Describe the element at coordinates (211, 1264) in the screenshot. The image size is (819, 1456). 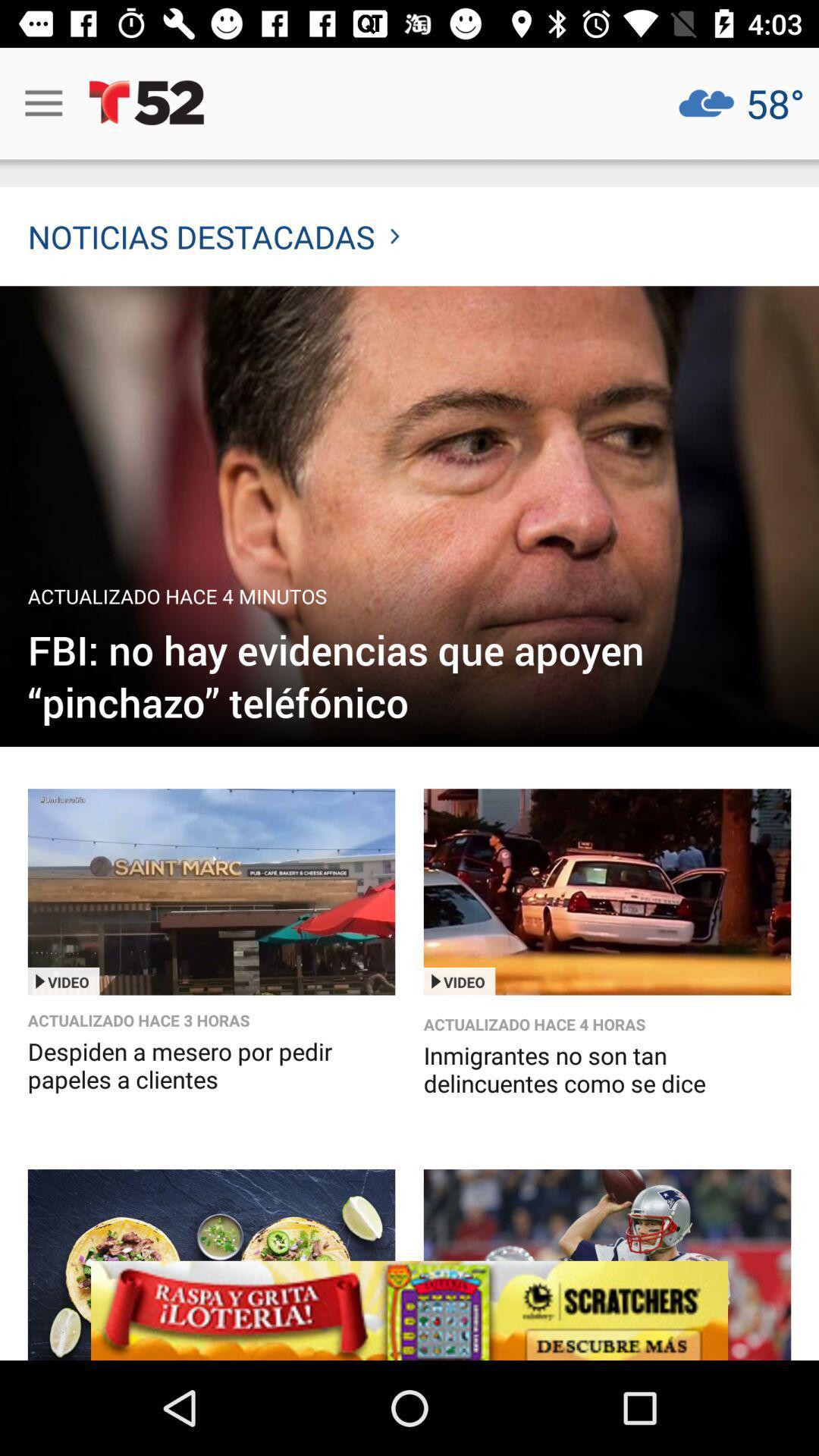
I see `it is a picture of savory food` at that location.